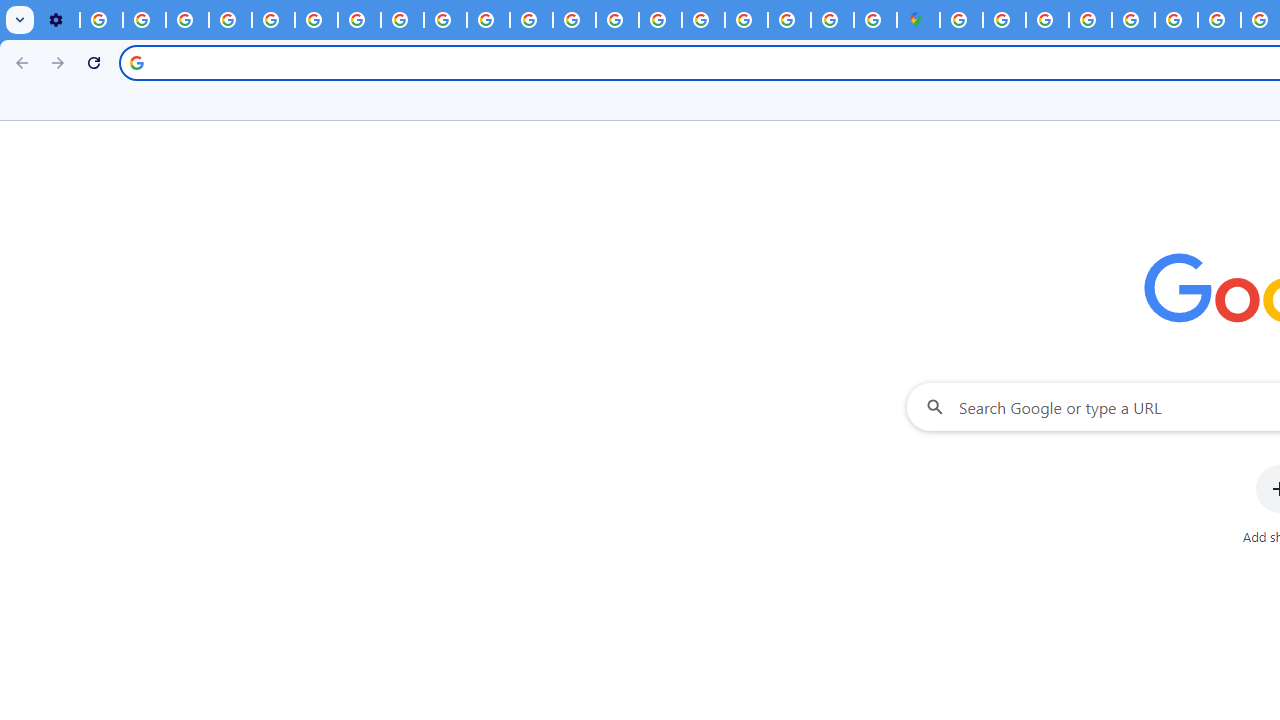 This screenshot has height=720, width=1280. Describe the element at coordinates (961, 20) in the screenshot. I see `'Sign in - Google Accounts'` at that location.